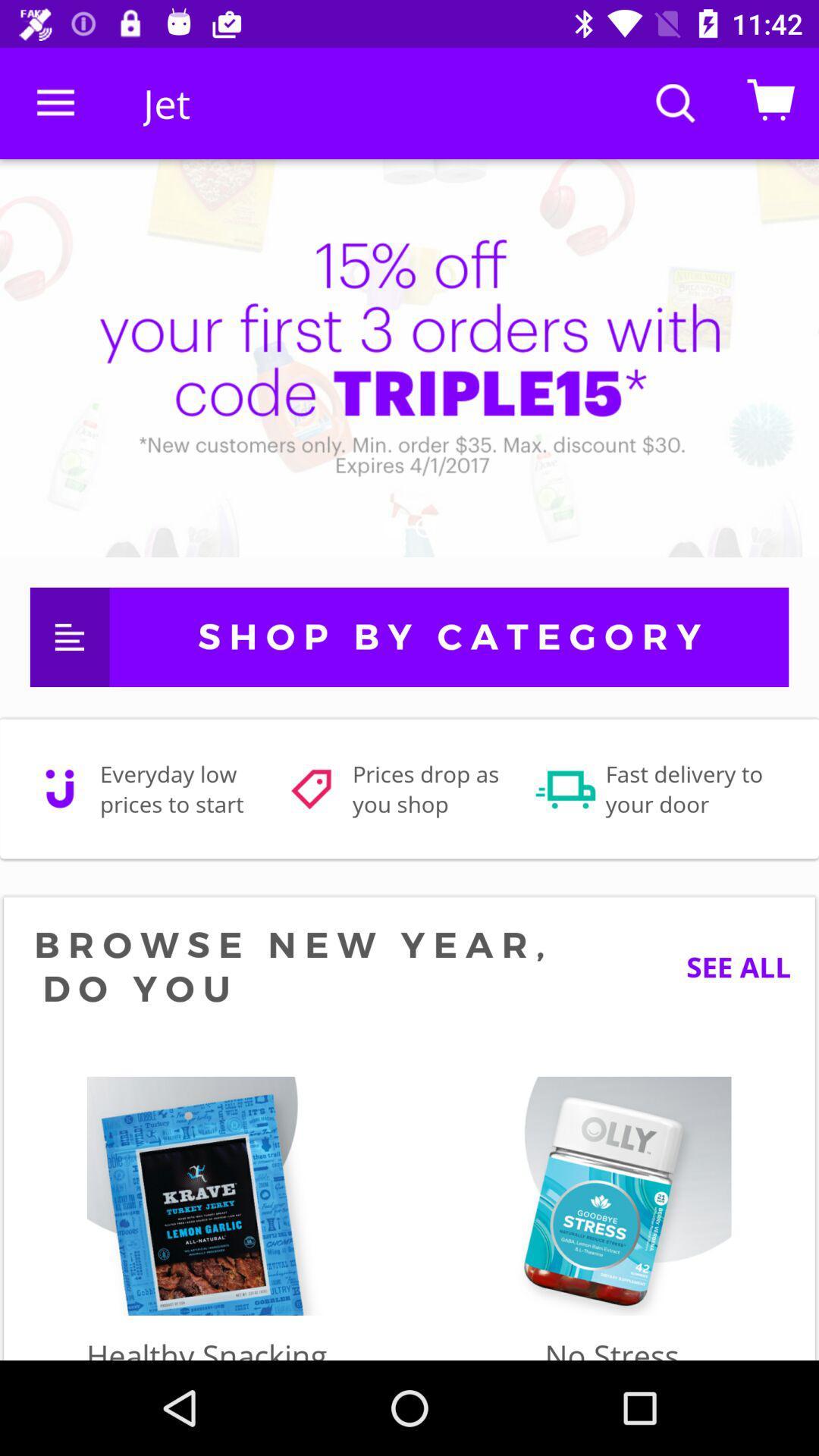  I want to click on the see all item, so click(726, 966).